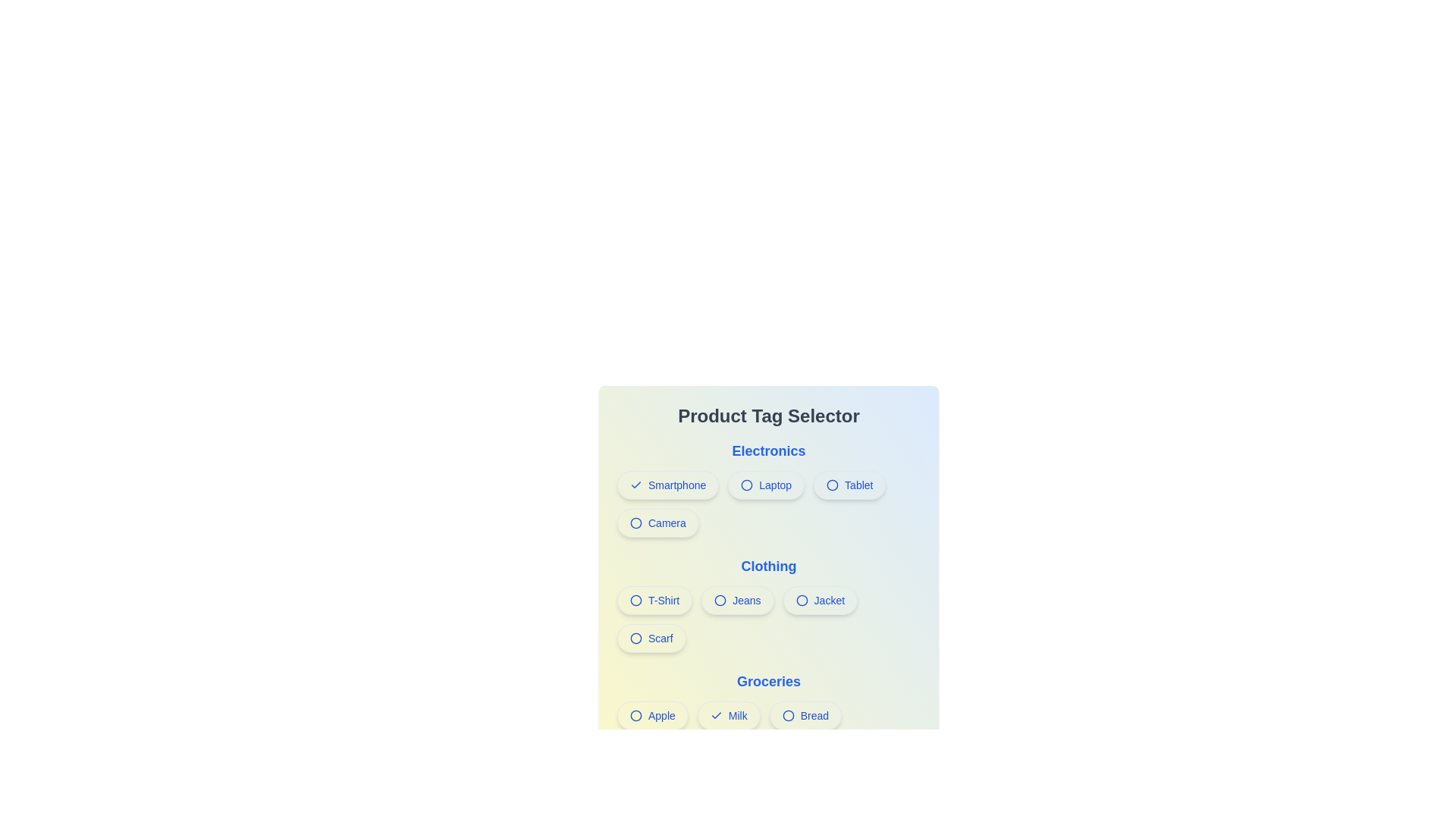 The width and height of the screenshot is (1456, 819). What do you see at coordinates (768, 504) in the screenshot?
I see `the tag button in the 'Product Tag Selector' under the 'Electronics' section` at bounding box center [768, 504].